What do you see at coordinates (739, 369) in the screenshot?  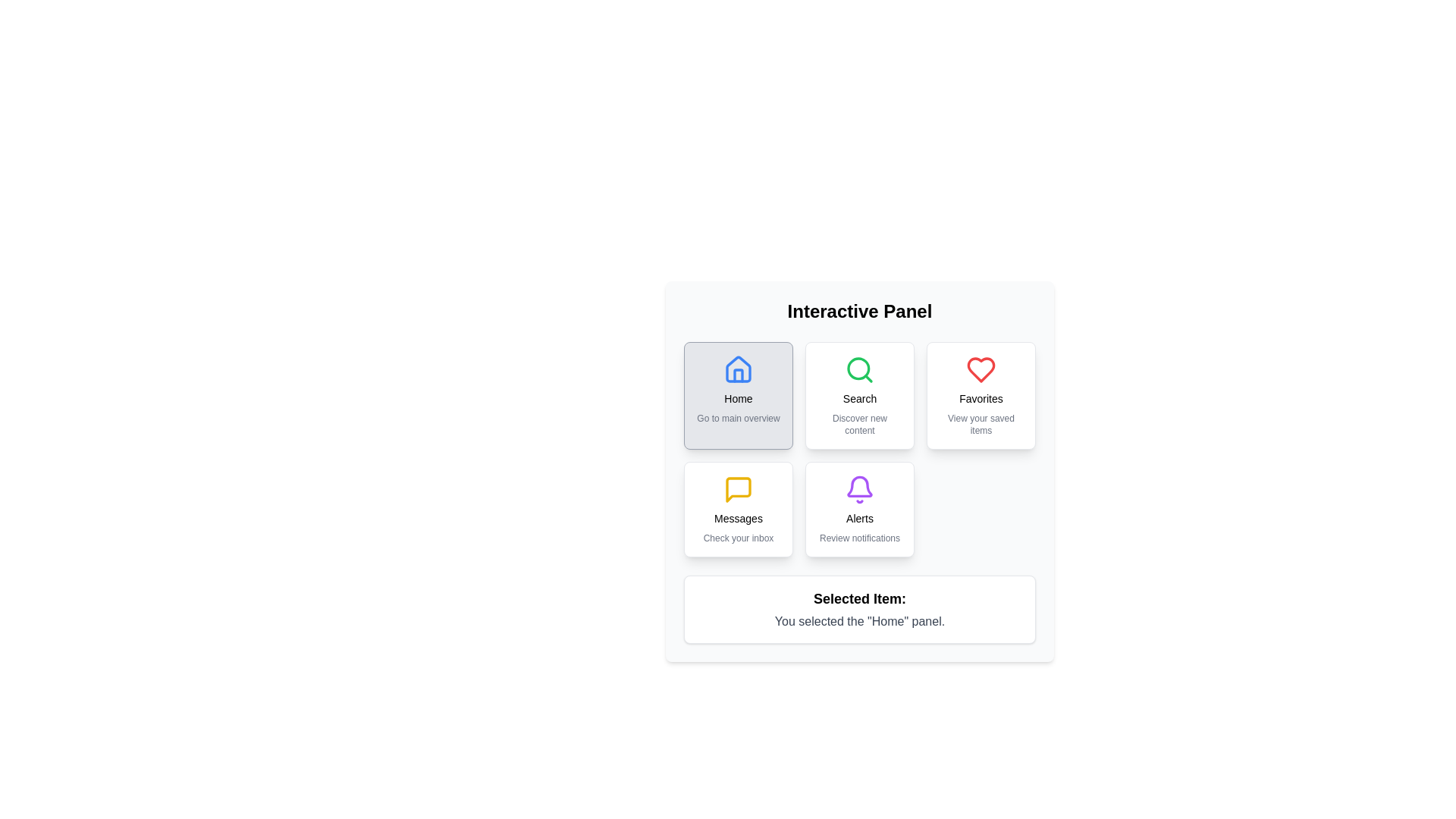 I see `the upper portion of the 'Home' icon, which is located in the top-left corner of the grid layout and represents a 'Home' action` at bounding box center [739, 369].